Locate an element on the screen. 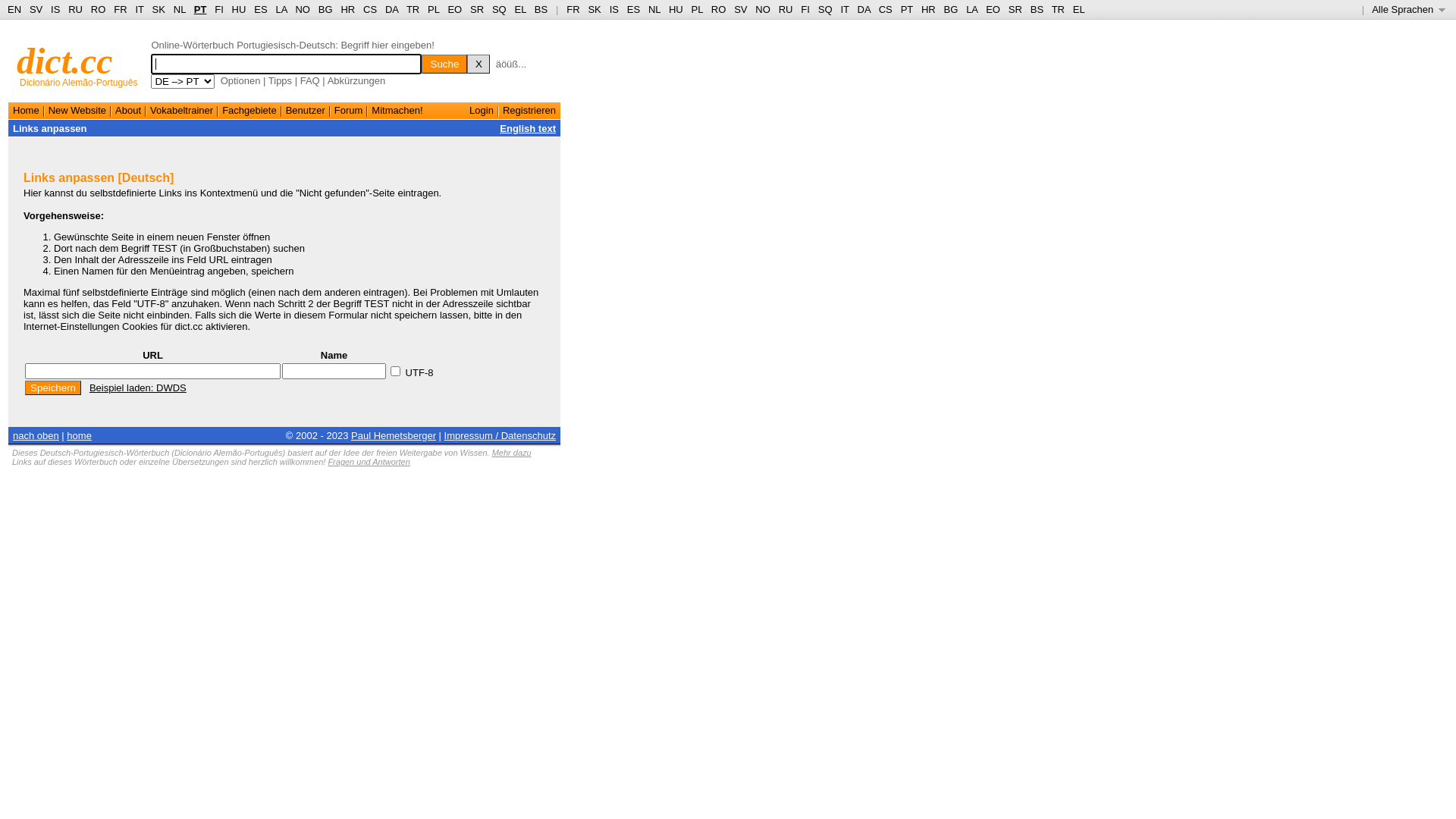 This screenshot has height=819, width=1456. 'RO' is located at coordinates (97, 9).